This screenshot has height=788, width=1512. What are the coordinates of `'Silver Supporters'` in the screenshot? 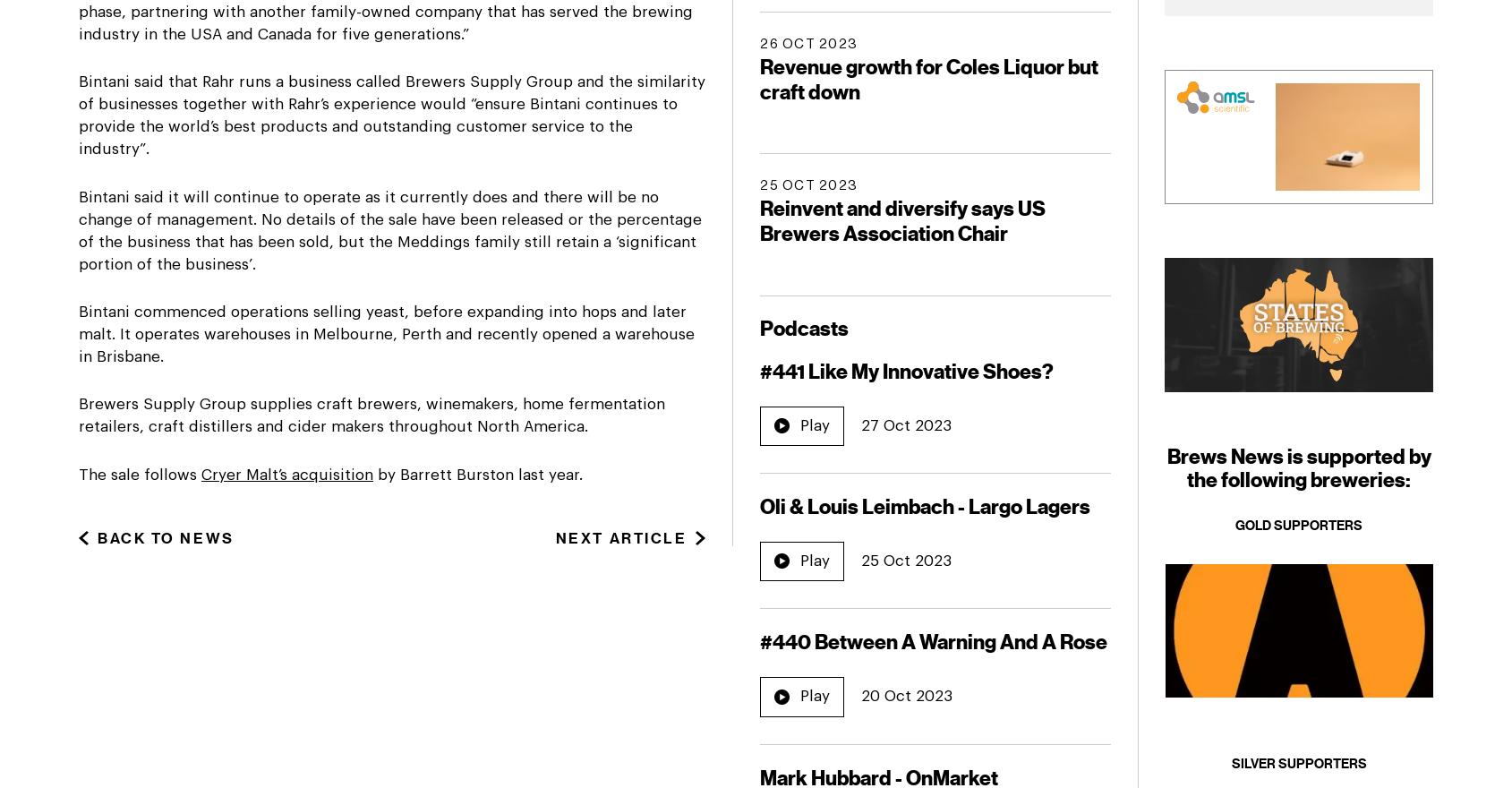 It's located at (1298, 763).